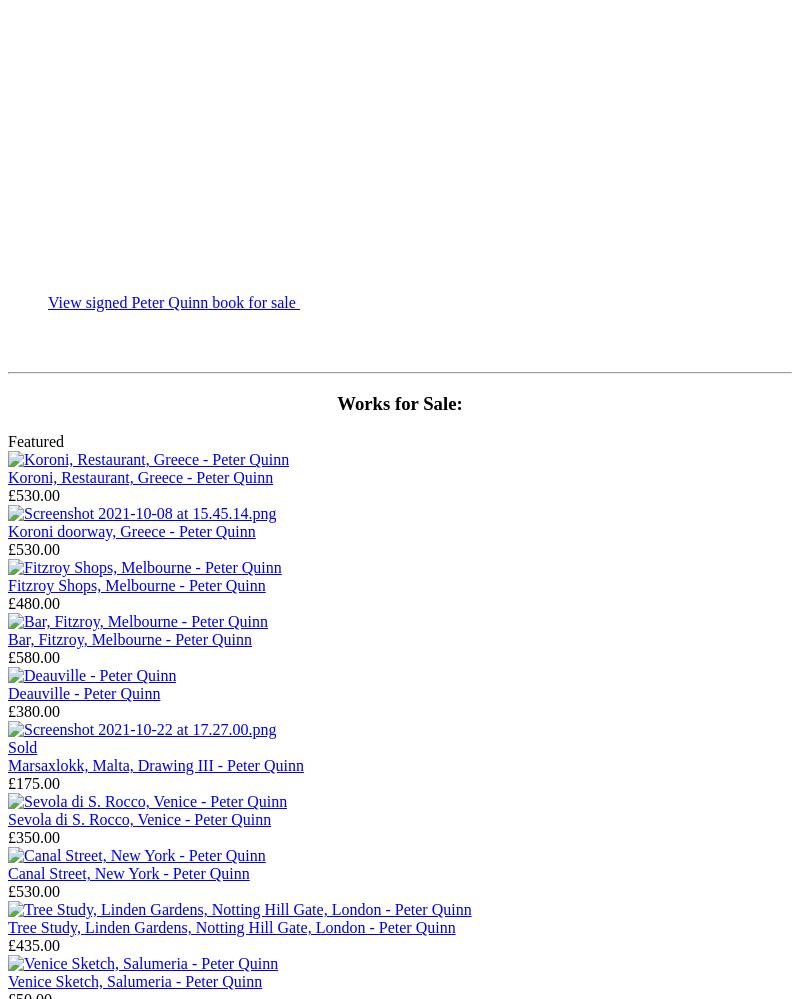  I want to click on 'Sold', so click(8, 746).